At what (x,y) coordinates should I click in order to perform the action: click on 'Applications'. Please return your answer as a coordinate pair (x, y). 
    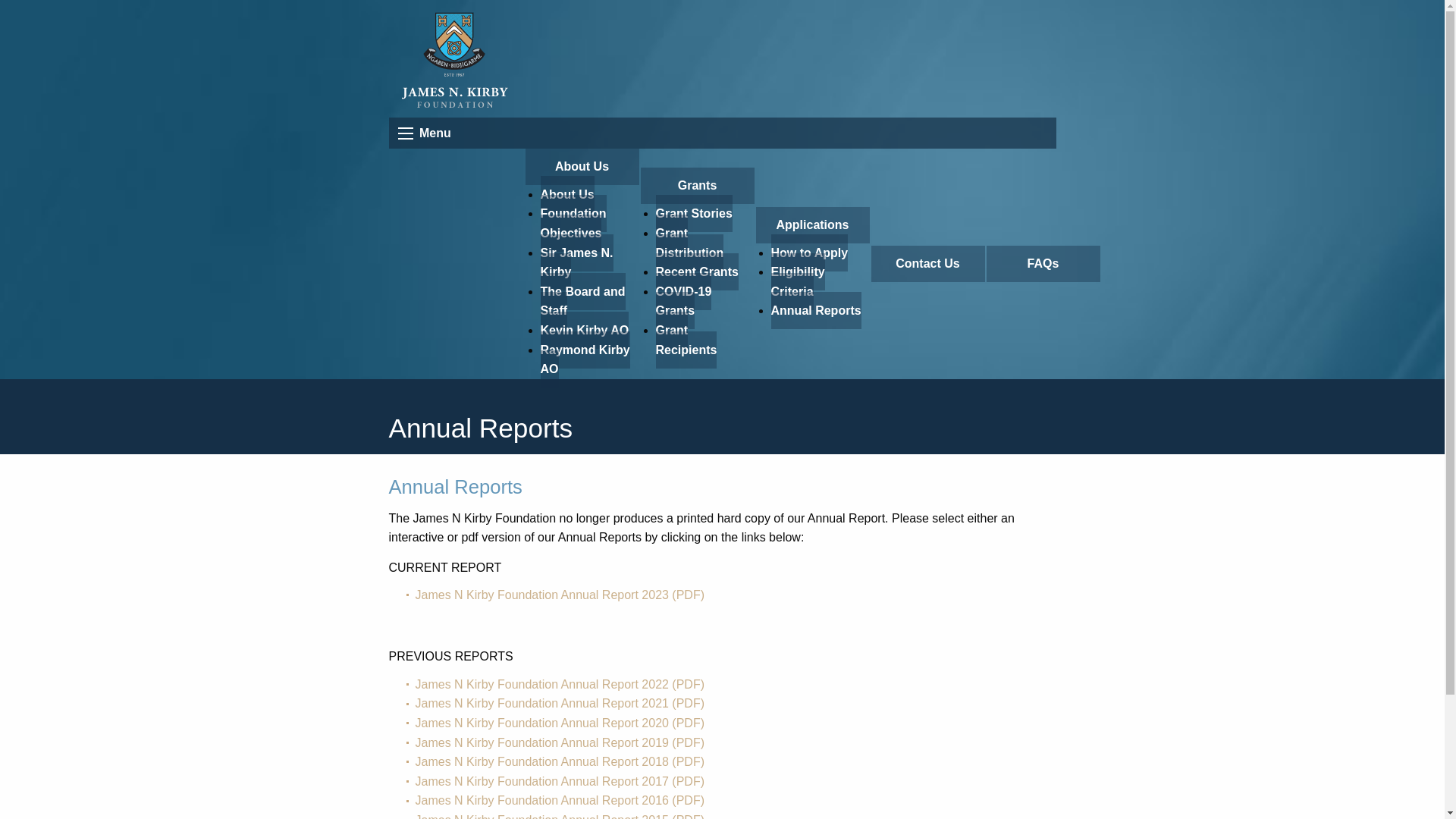
    Looking at the image, I should click on (811, 225).